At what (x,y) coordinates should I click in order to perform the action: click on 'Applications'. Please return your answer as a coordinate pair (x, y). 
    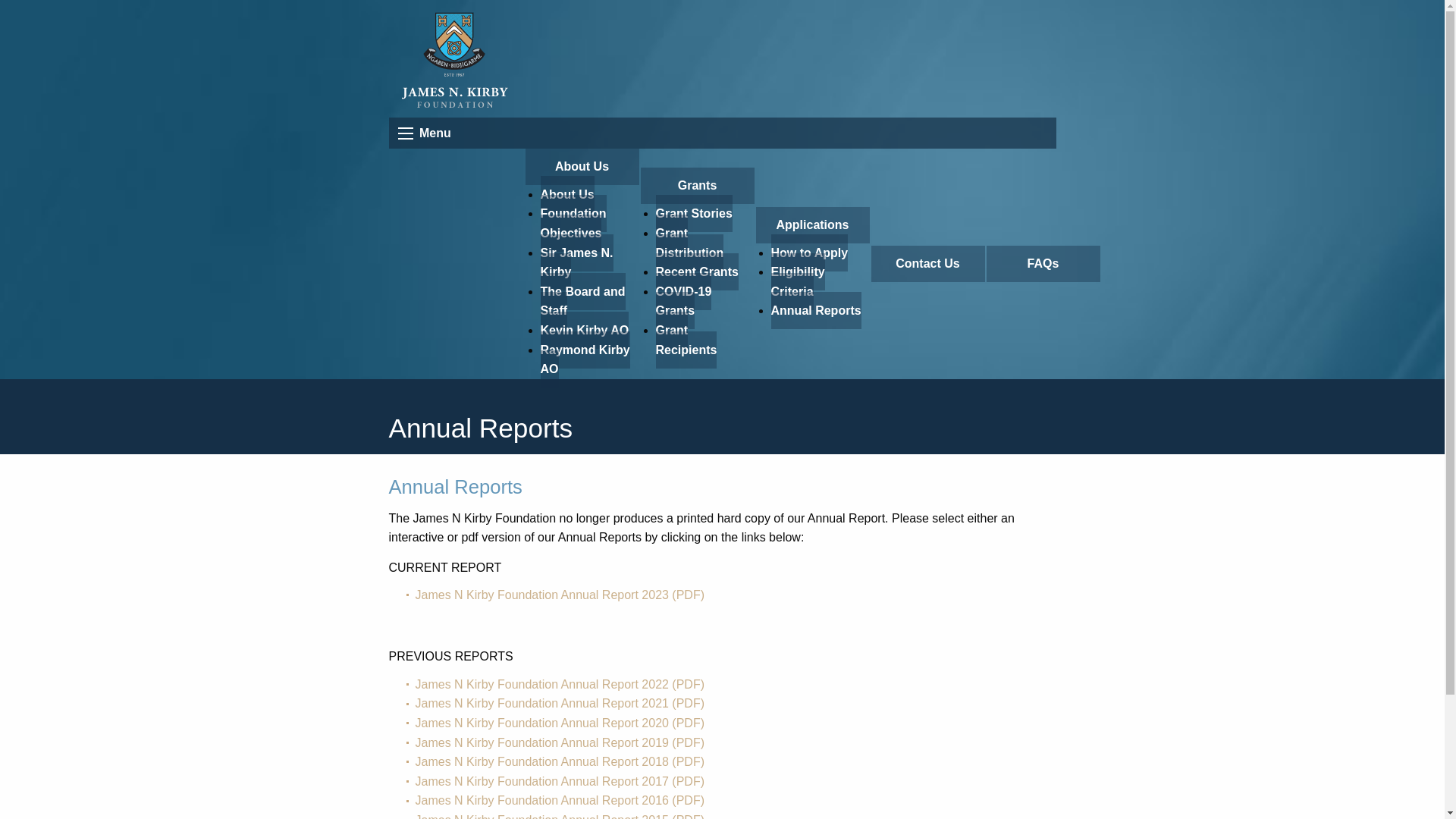
    Looking at the image, I should click on (811, 225).